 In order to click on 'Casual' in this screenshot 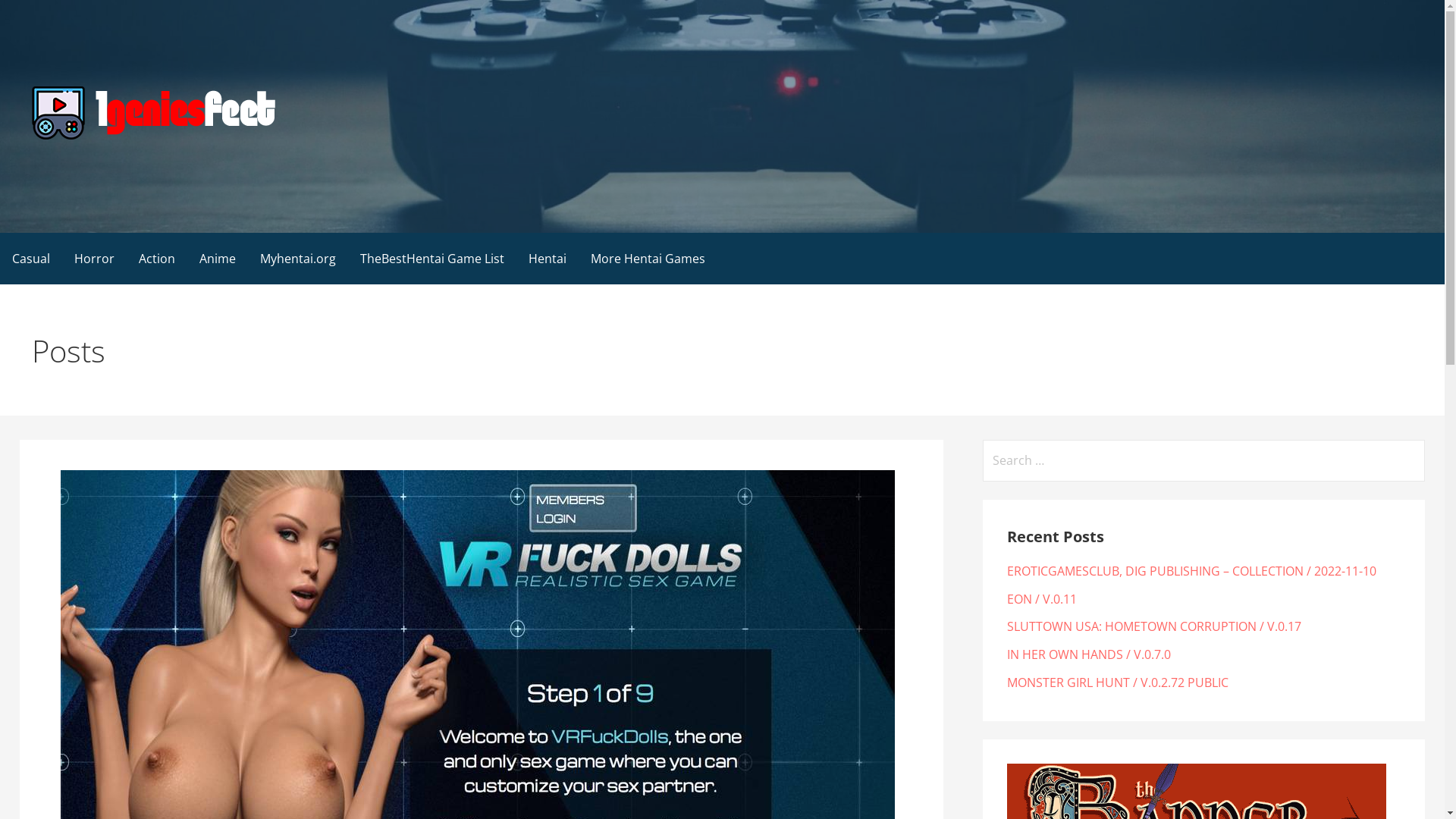, I will do `click(31, 257)`.